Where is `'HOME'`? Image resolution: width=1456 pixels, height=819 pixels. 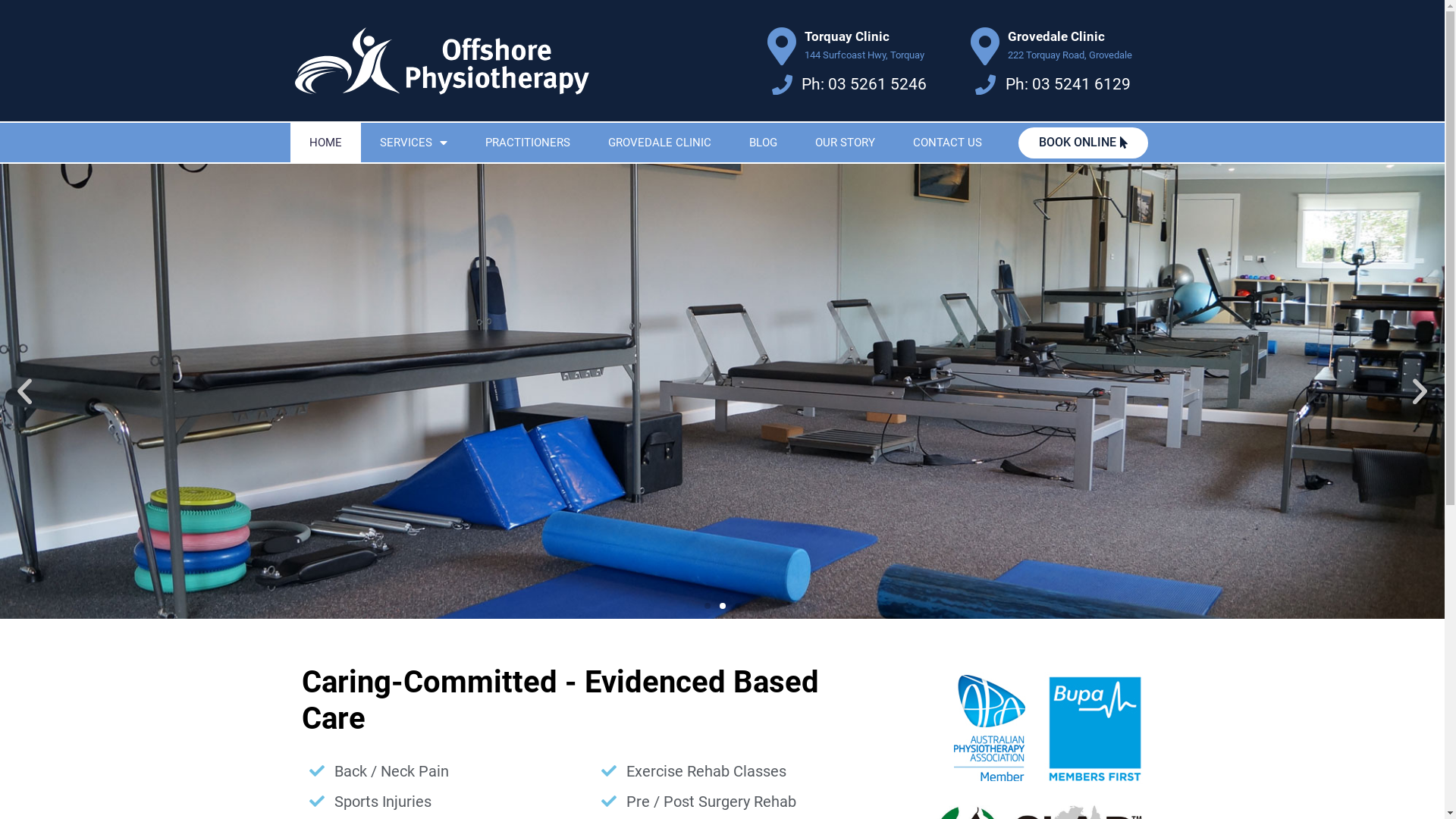
'HOME' is located at coordinates (324, 143).